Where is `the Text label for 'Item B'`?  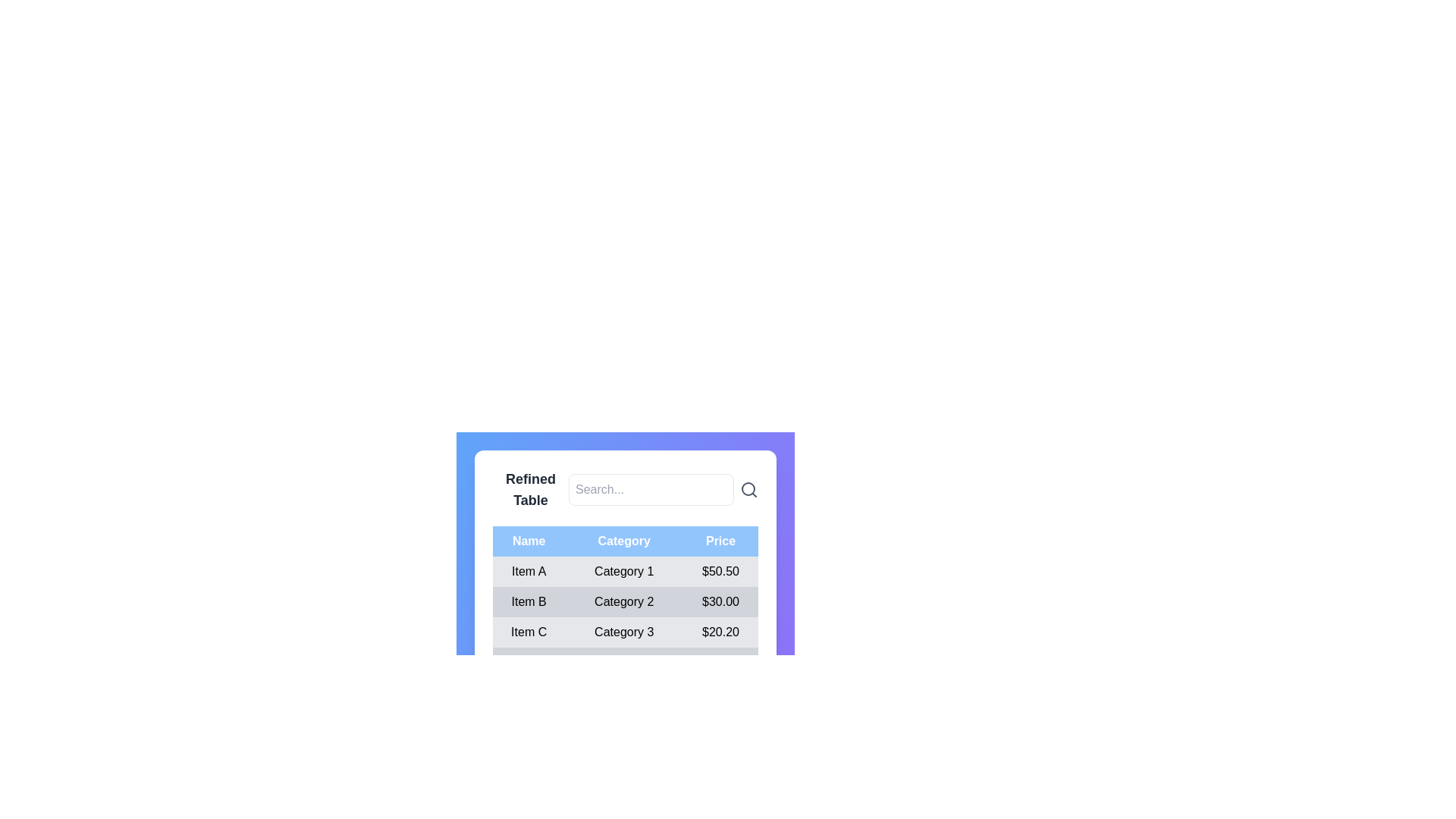
the Text label for 'Item B' is located at coordinates (624, 601).